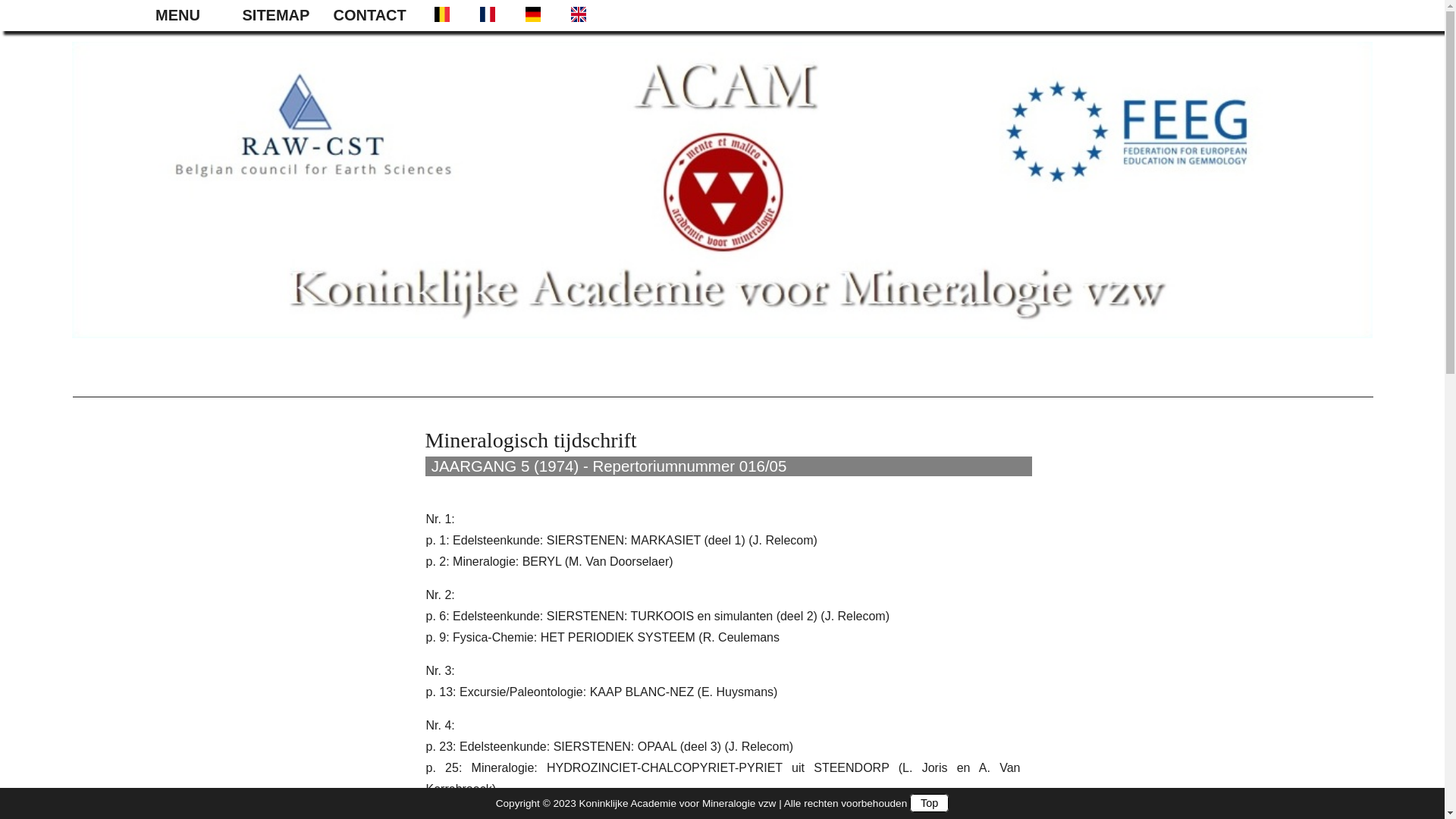  What do you see at coordinates (910, 802) in the screenshot?
I see `'Top'` at bounding box center [910, 802].